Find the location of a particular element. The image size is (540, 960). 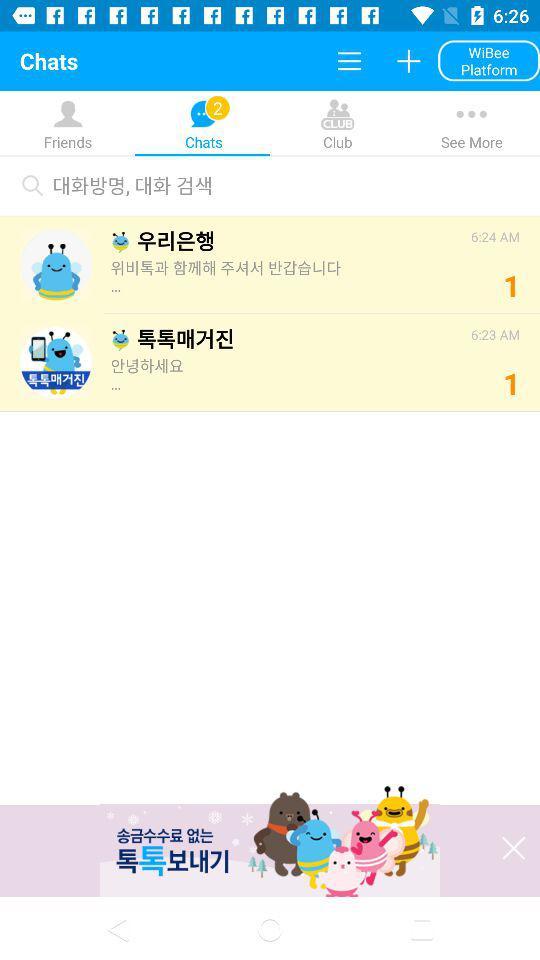

club is located at coordinates (270, 142).